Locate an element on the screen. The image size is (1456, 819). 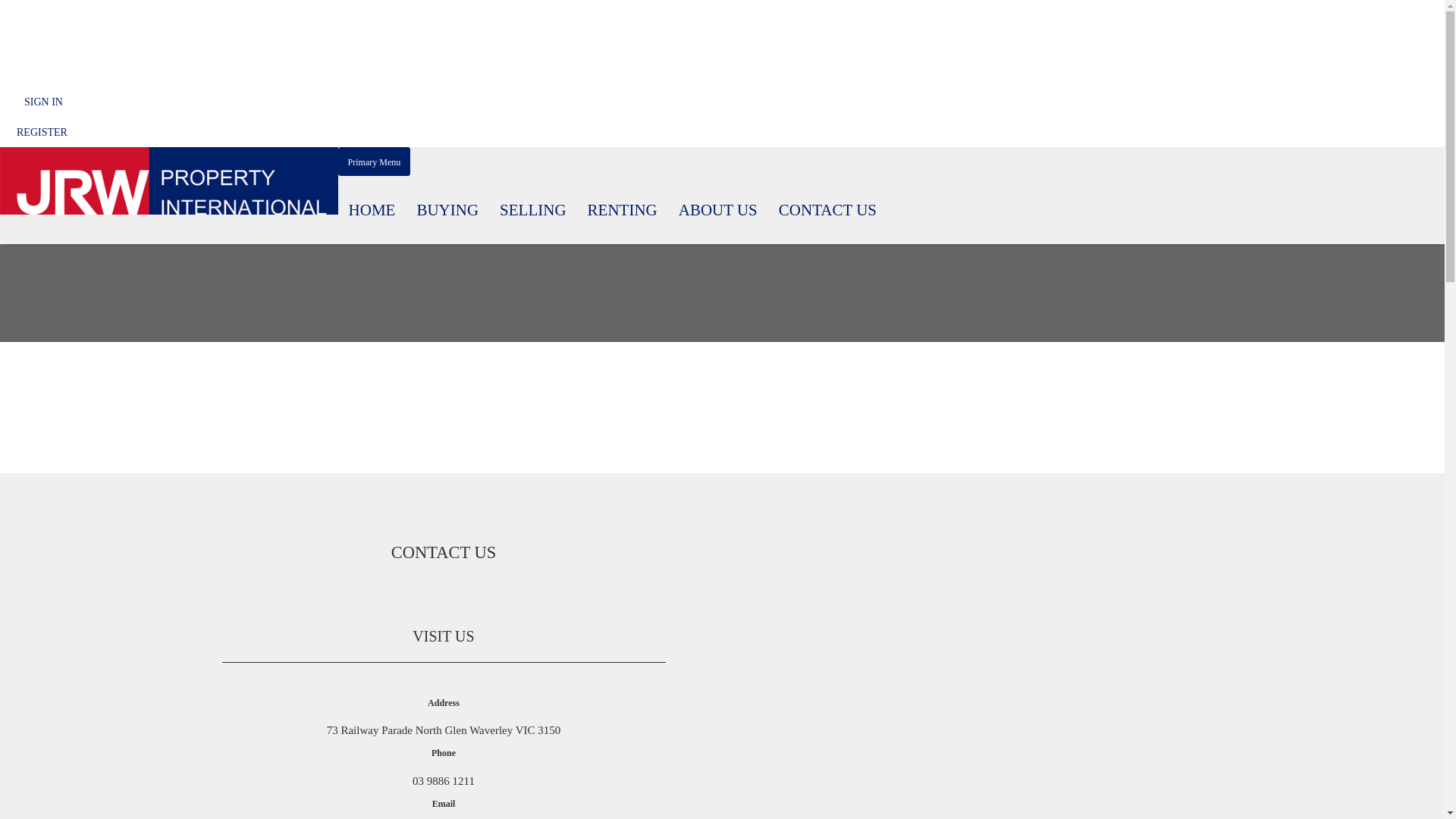
'HOME' is located at coordinates (372, 210).